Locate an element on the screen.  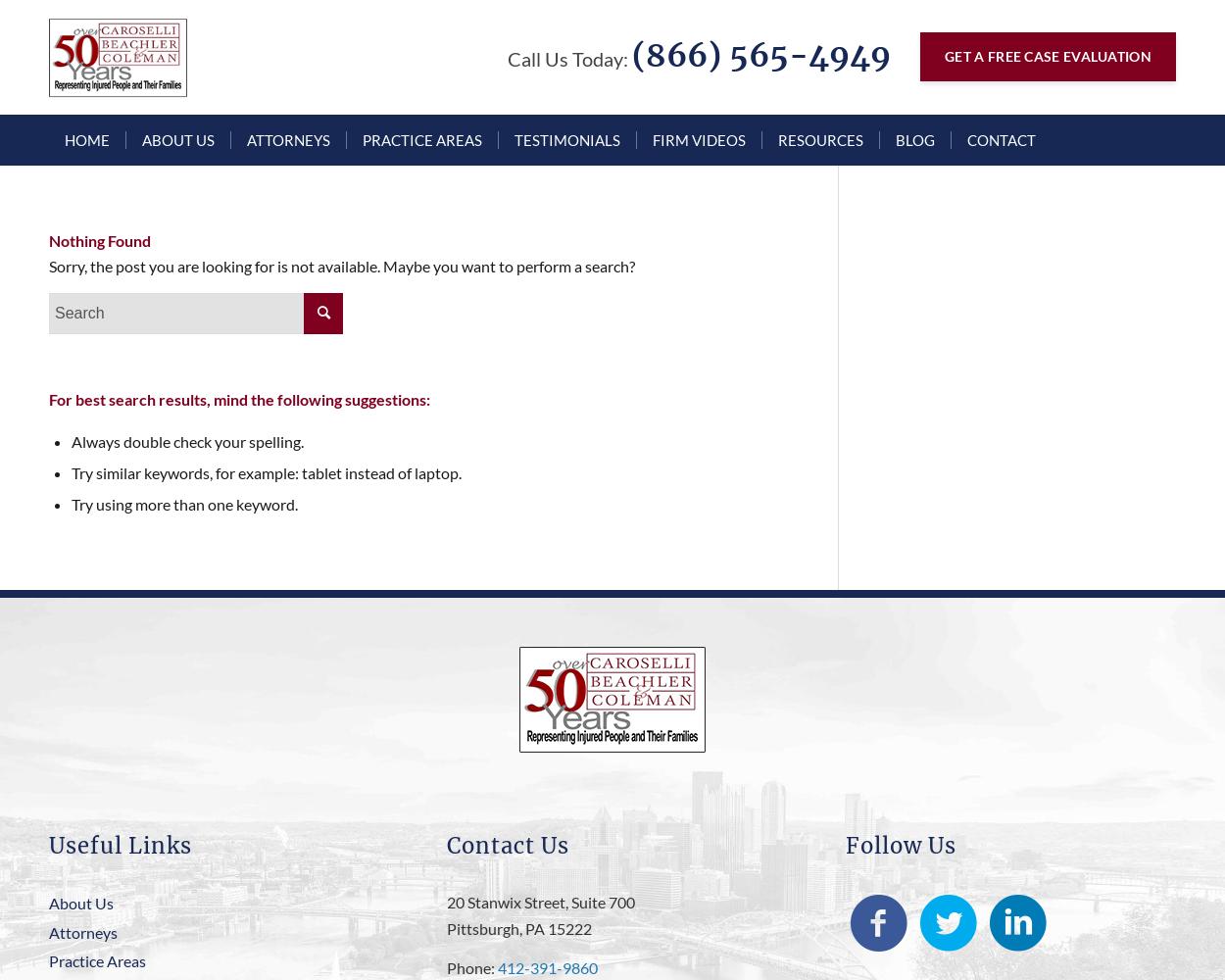
'Bethel Park Truck Accidents' is located at coordinates (840, 336).